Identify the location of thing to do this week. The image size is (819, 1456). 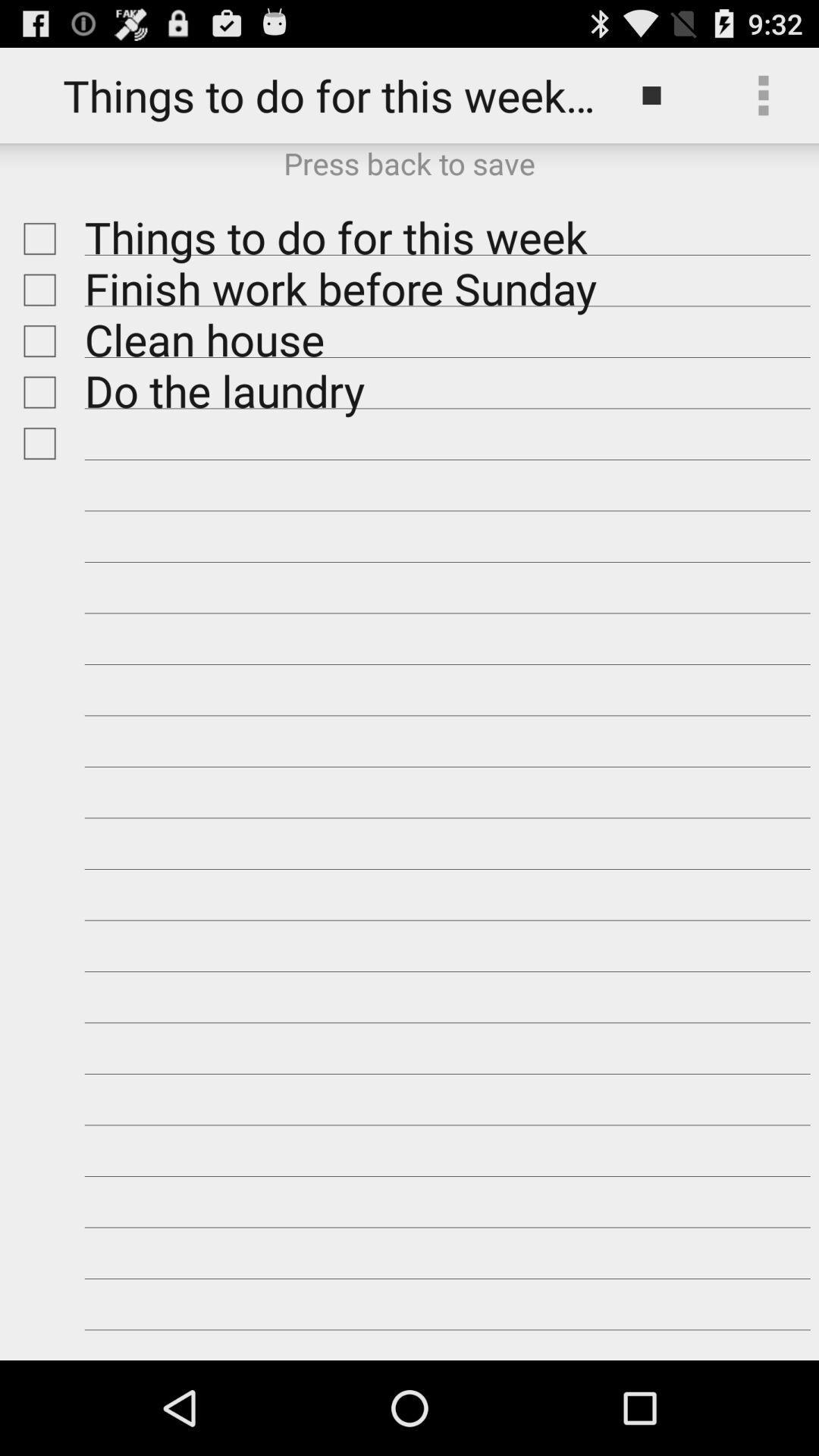
(35, 443).